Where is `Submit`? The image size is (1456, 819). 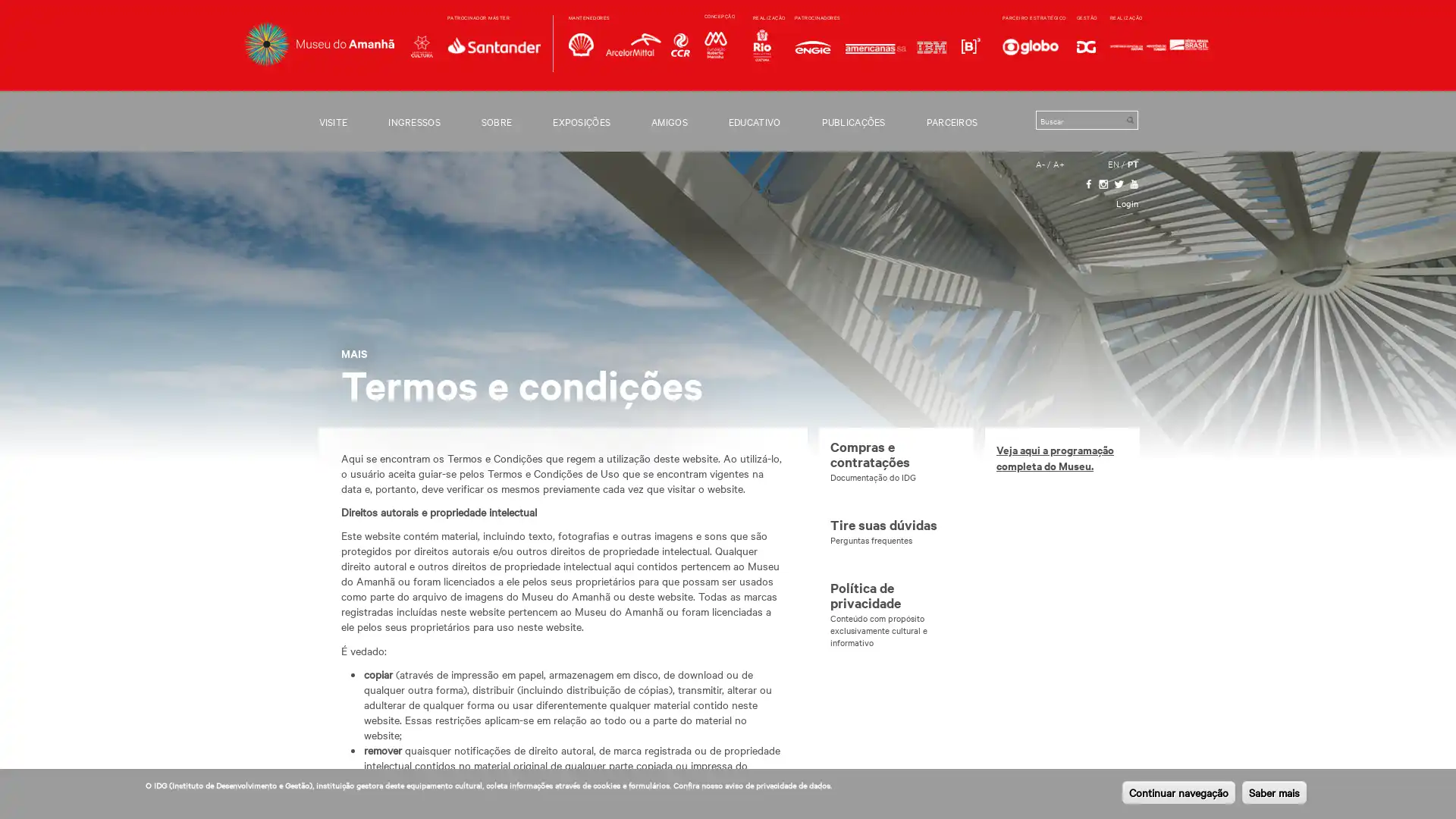
Submit is located at coordinates (1129, 119).